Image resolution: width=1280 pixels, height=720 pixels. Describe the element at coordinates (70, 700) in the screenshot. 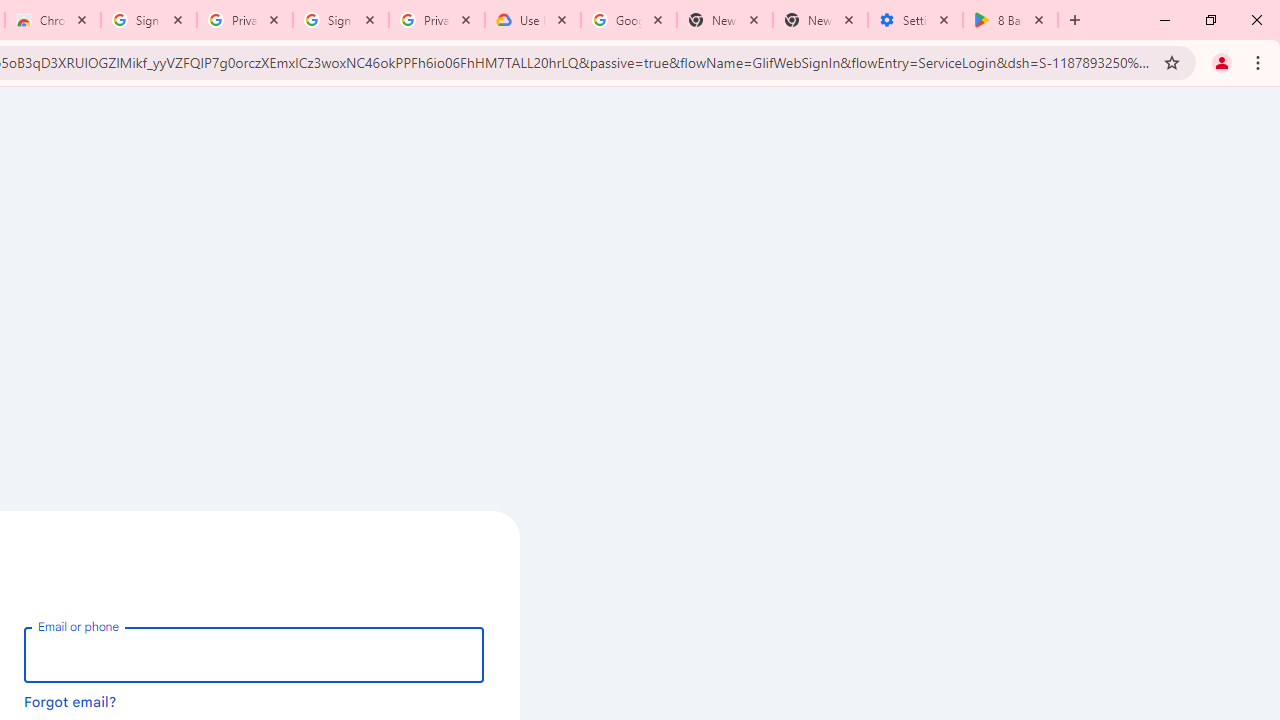

I see `'Forgot email?'` at that location.